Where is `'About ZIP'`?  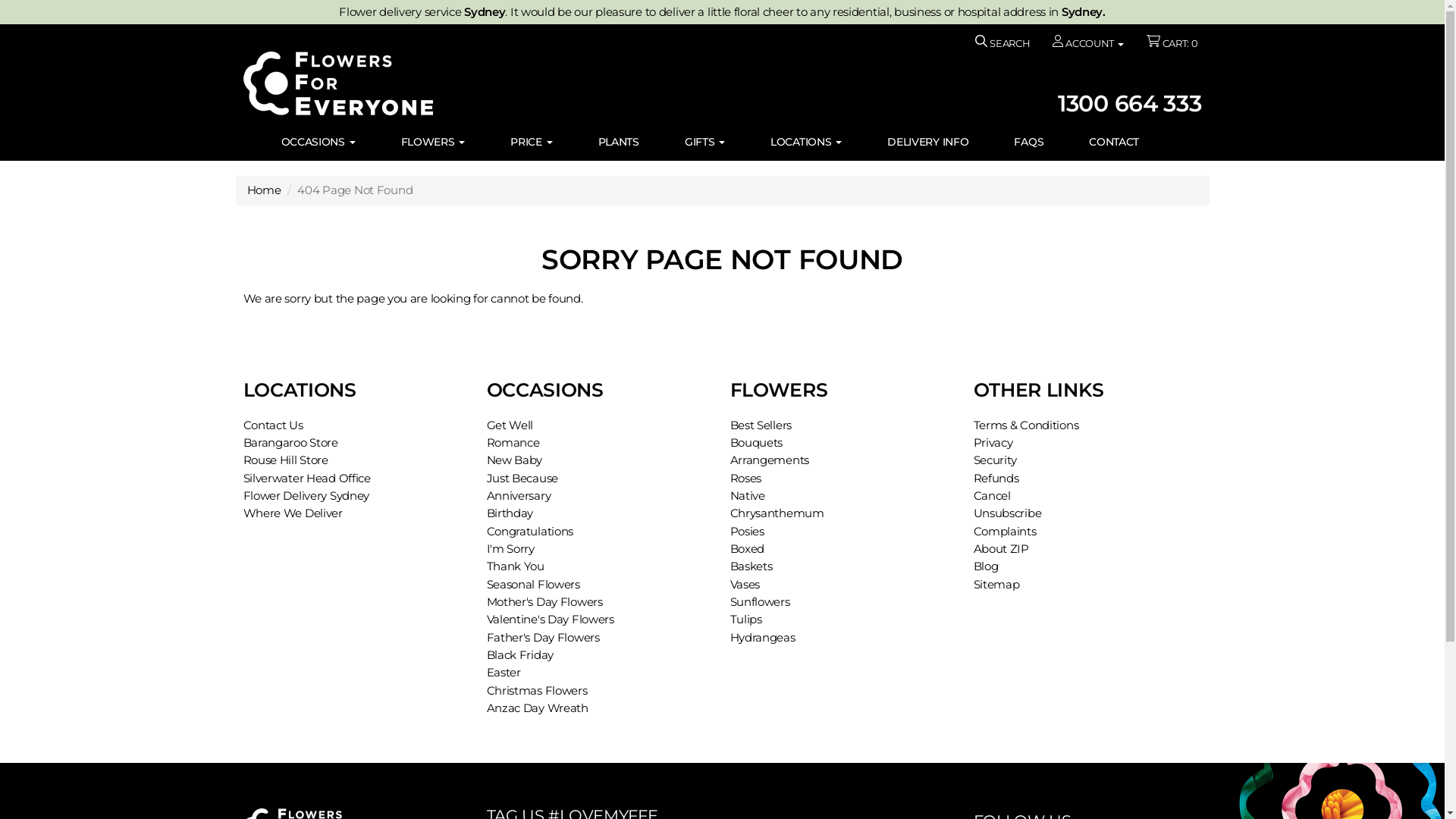 'About ZIP' is located at coordinates (1001, 549).